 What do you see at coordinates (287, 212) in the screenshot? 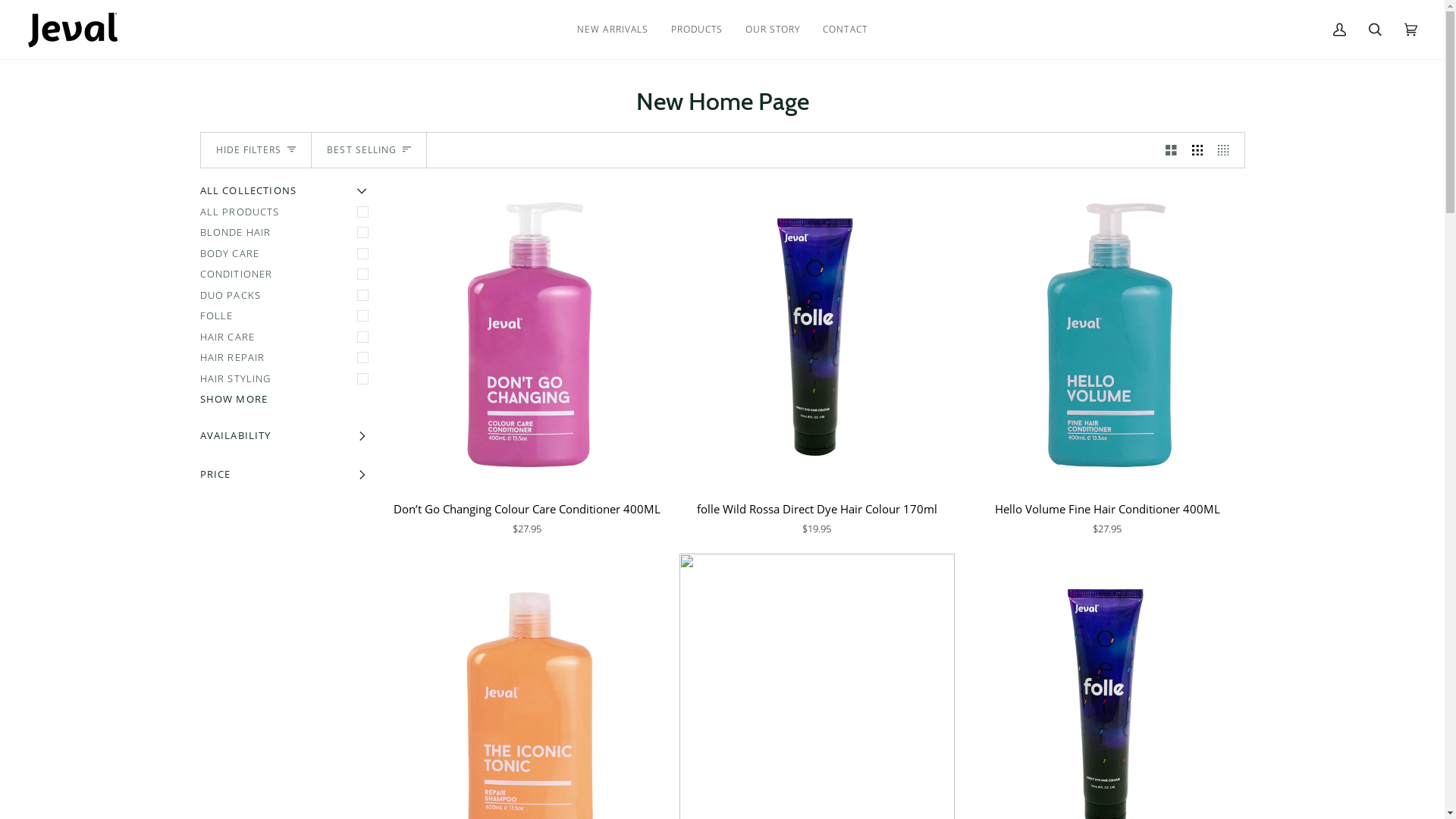
I see `'ALL PRODUCTS'` at bounding box center [287, 212].